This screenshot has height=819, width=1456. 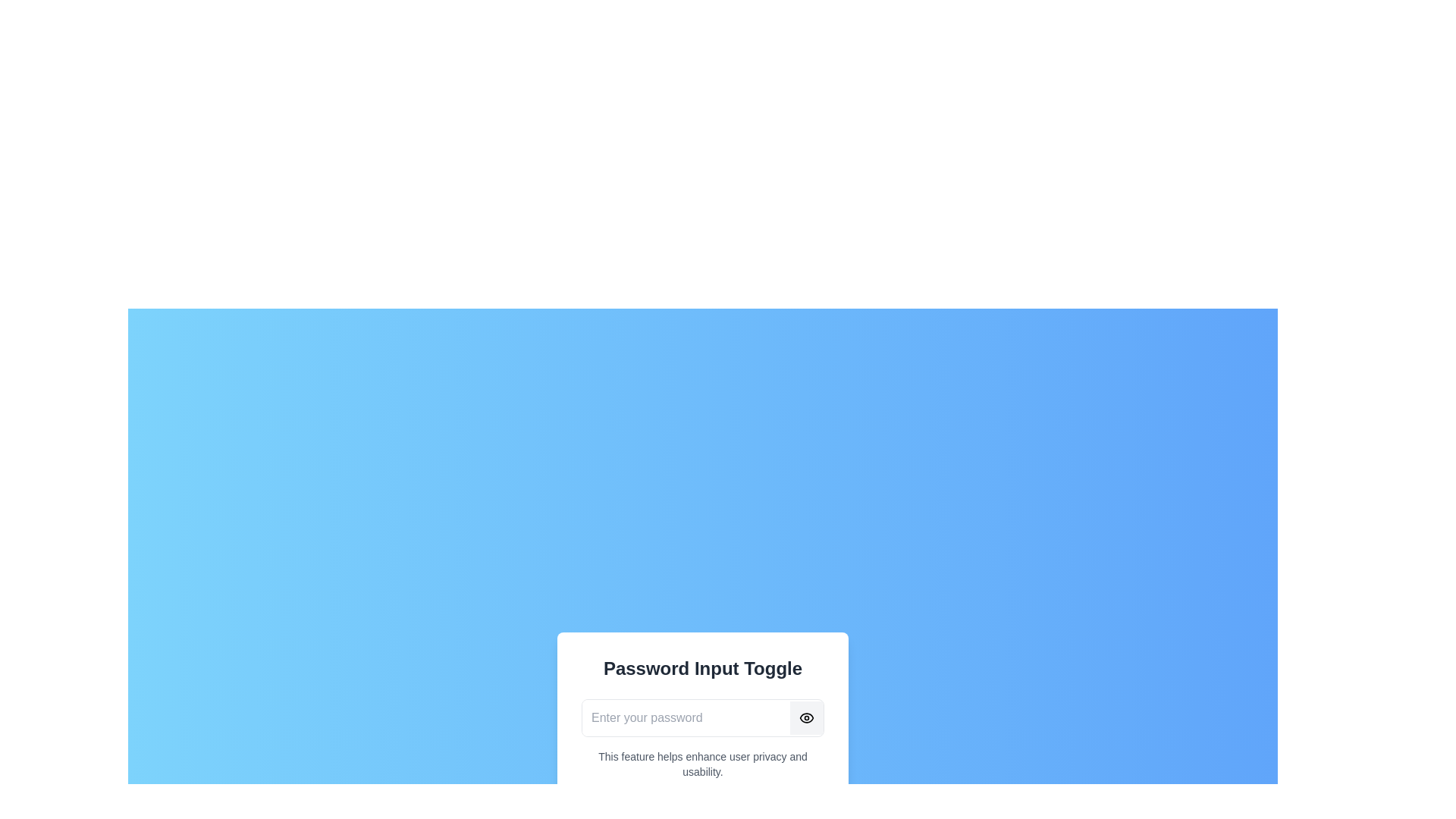 I want to click on the toggle button to change the visibility of the password input field, so click(x=806, y=717).